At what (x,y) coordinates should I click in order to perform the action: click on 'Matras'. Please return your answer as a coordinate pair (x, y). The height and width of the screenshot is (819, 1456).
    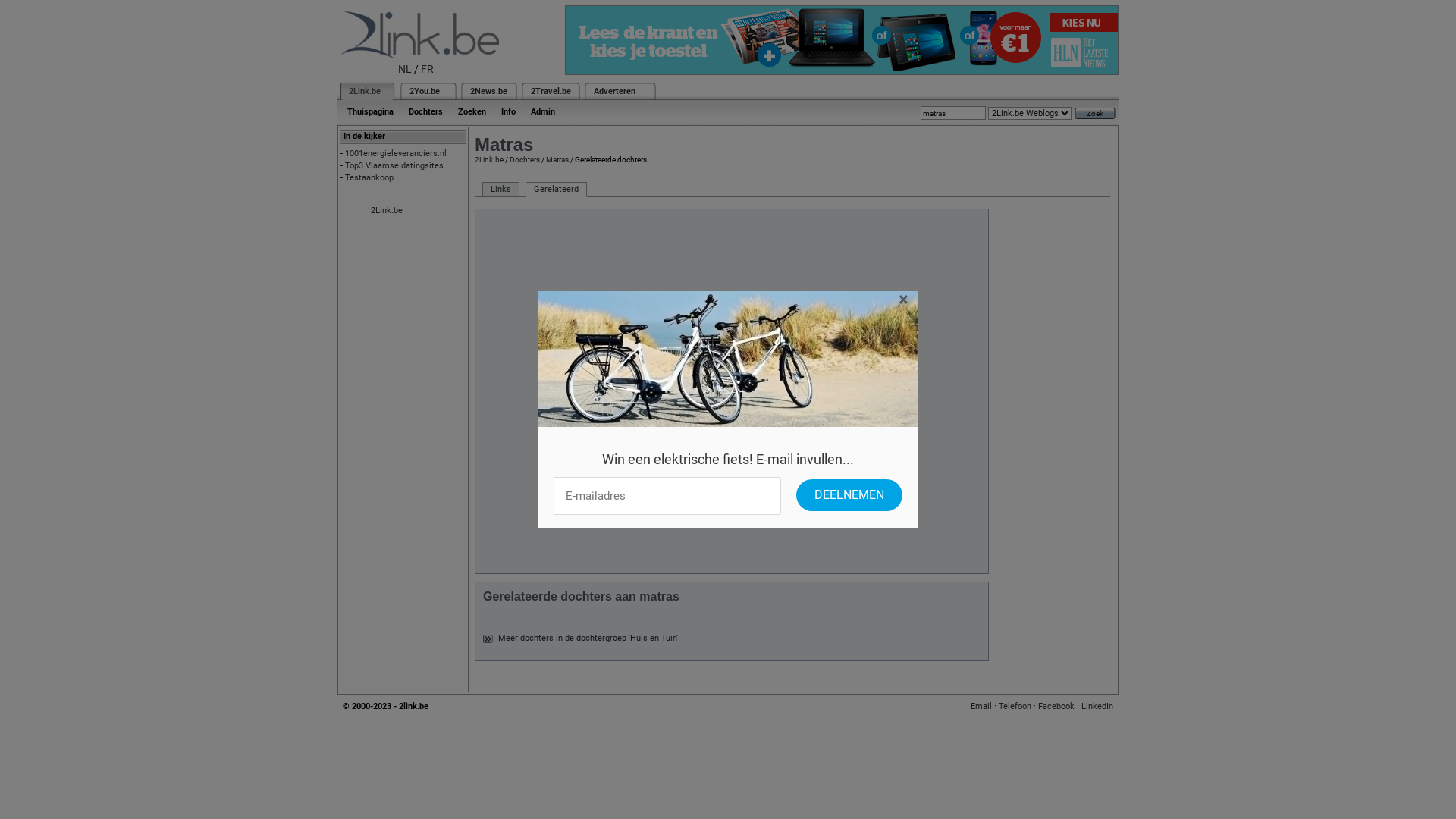
    Looking at the image, I should click on (556, 159).